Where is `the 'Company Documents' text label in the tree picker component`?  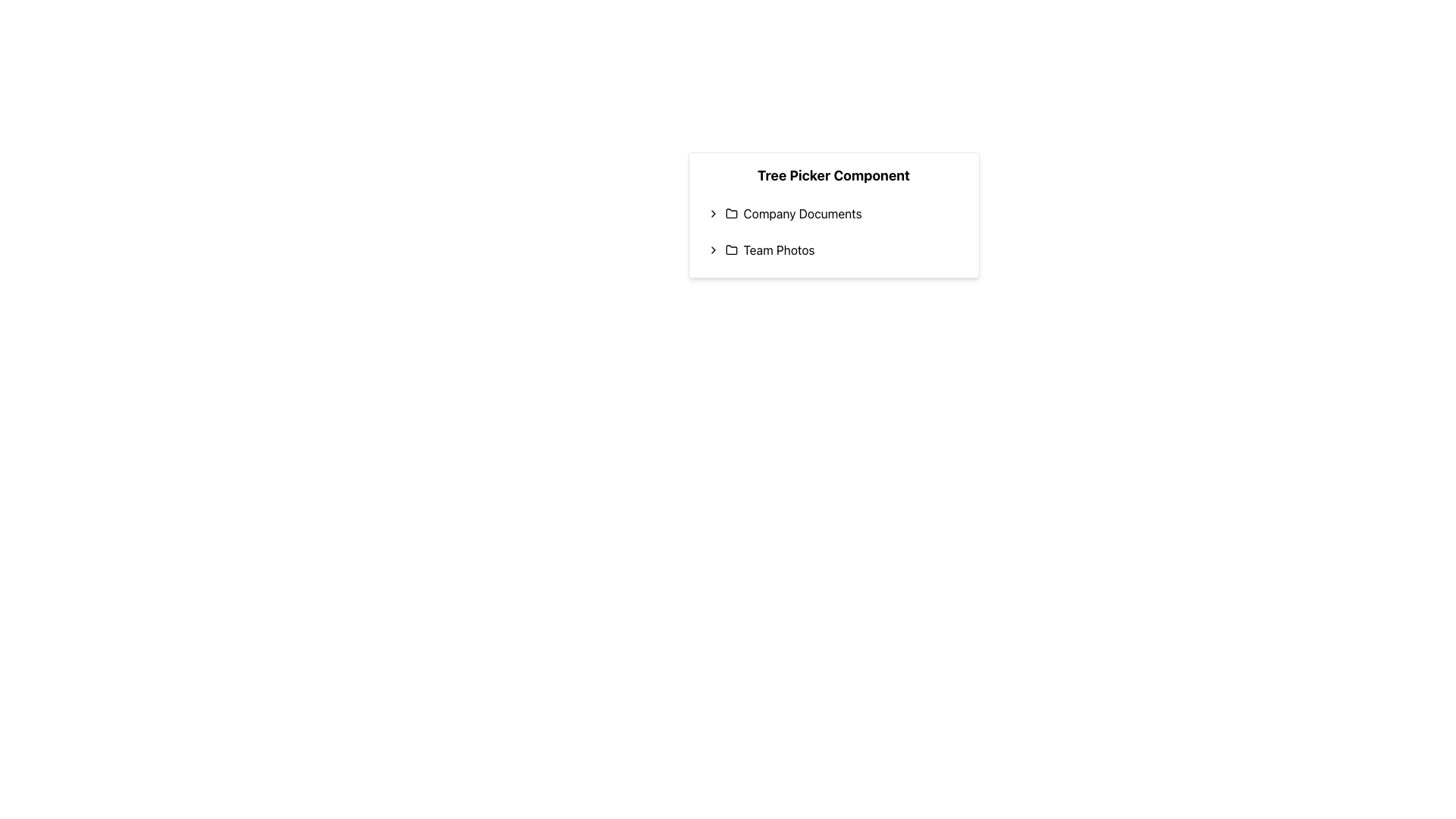
the 'Company Documents' text label in the tree picker component is located at coordinates (802, 213).